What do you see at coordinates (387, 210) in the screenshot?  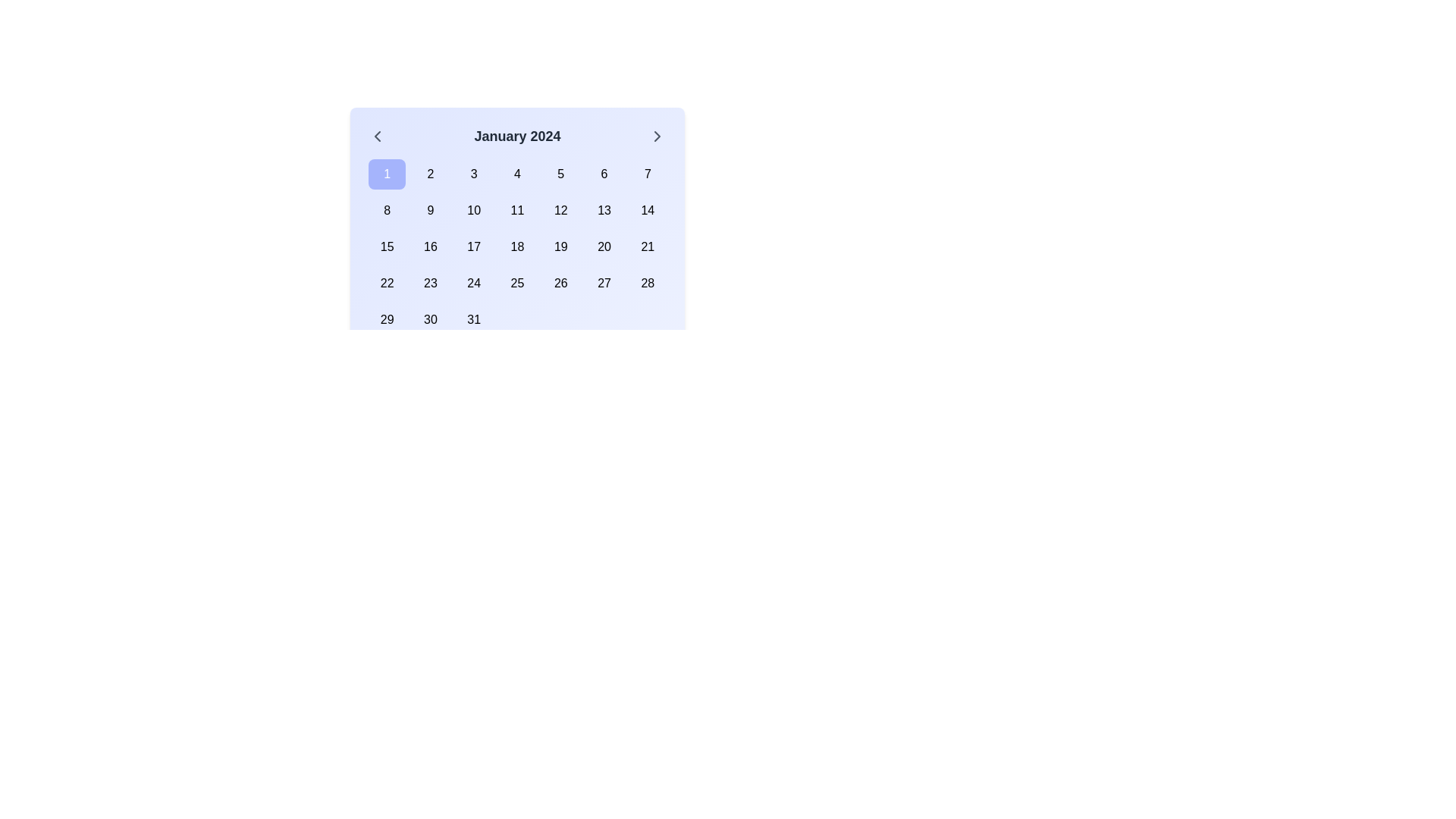 I see `the button representing the date '8'` at bounding box center [387, 210].